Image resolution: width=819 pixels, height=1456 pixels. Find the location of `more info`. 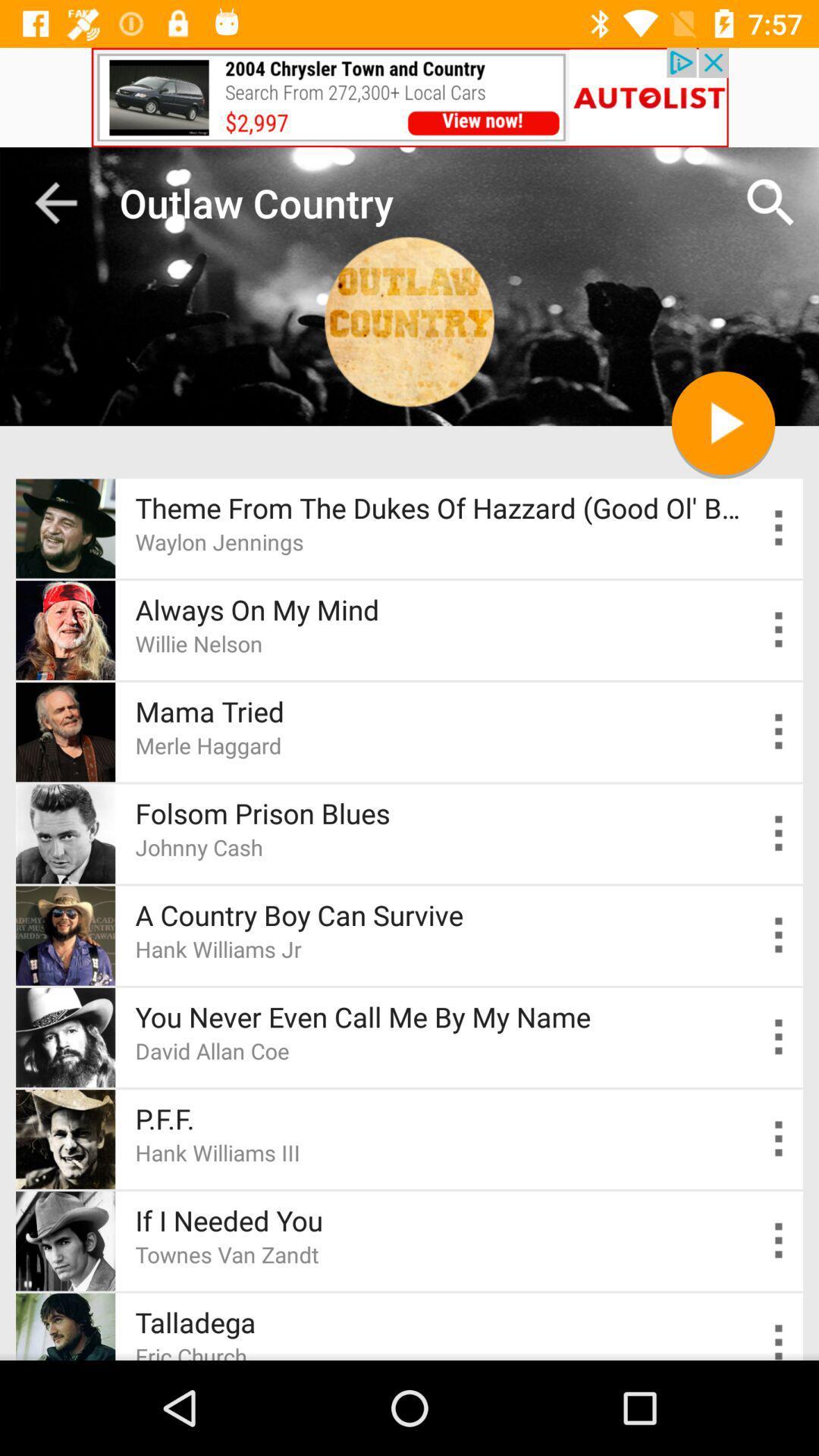

more info is located at coordinates (779, 1139).